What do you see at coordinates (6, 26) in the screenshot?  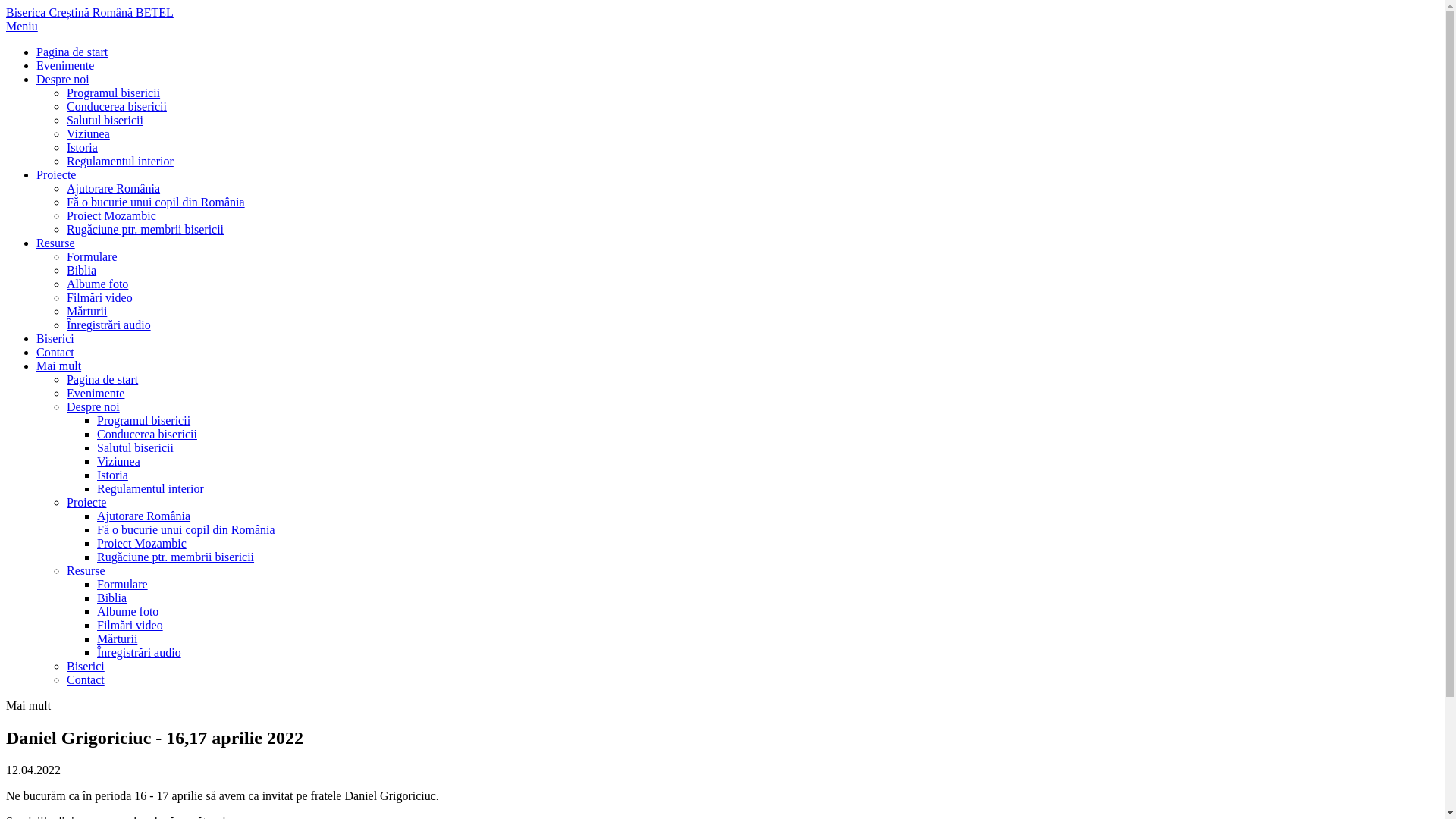 I see `'Meniu'` at bounding box center [6, 26].